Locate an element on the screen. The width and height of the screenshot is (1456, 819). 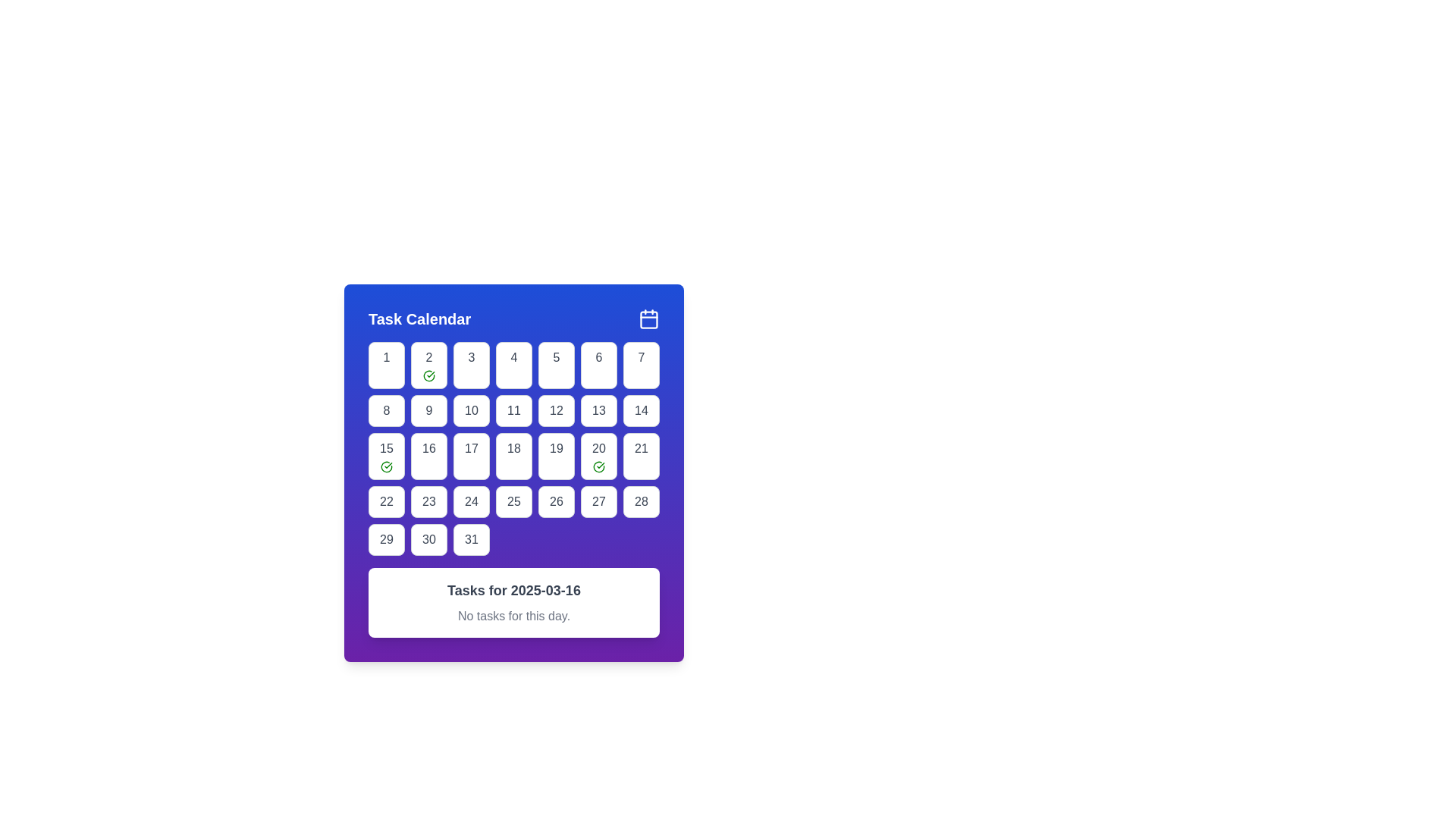
the button labeled '16' in the Task Calendar grid is located at coordinates (428, 455).